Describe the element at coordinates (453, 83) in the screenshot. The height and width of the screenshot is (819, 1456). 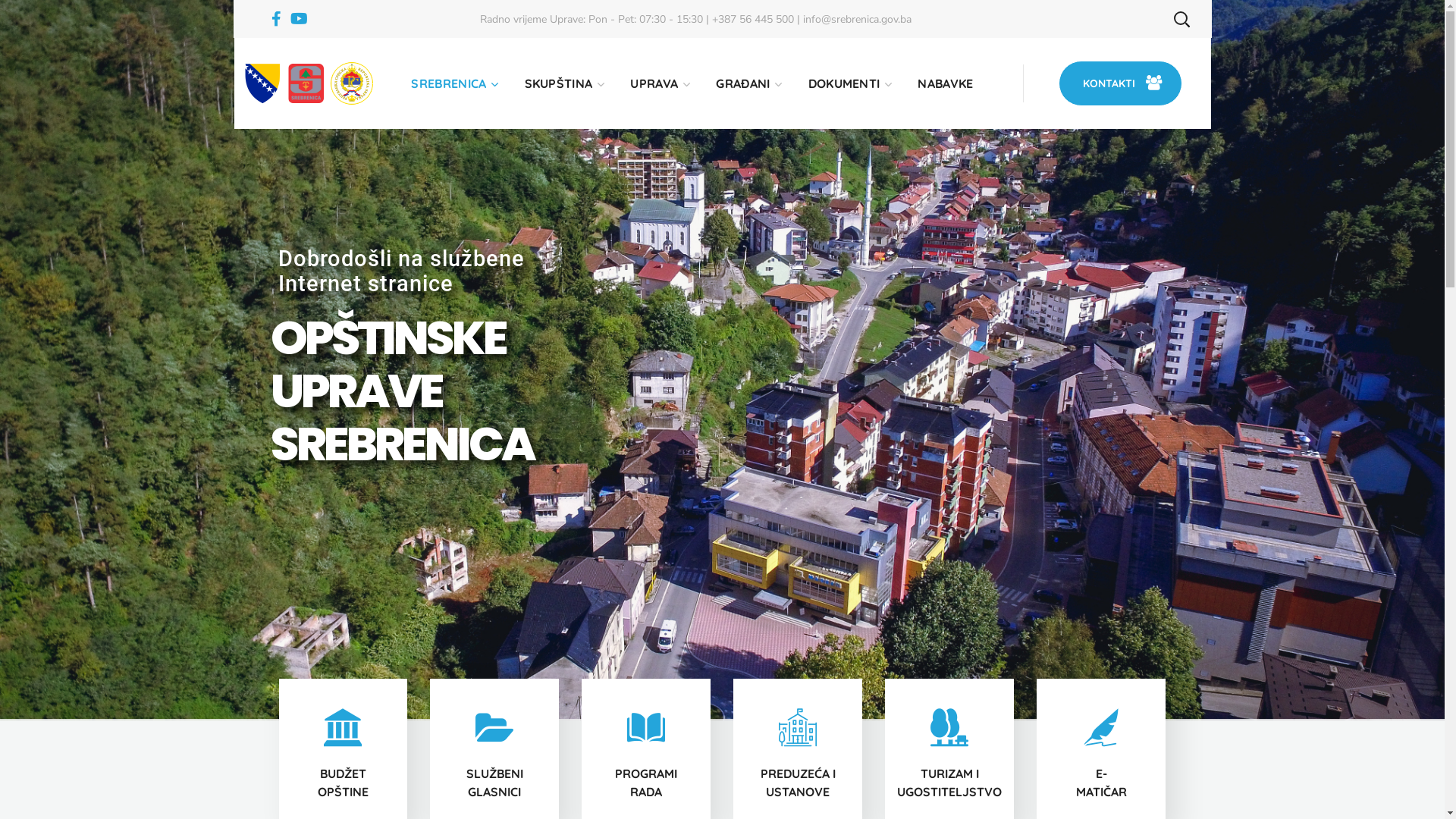
I see `'SREBRENICA'` at that location.